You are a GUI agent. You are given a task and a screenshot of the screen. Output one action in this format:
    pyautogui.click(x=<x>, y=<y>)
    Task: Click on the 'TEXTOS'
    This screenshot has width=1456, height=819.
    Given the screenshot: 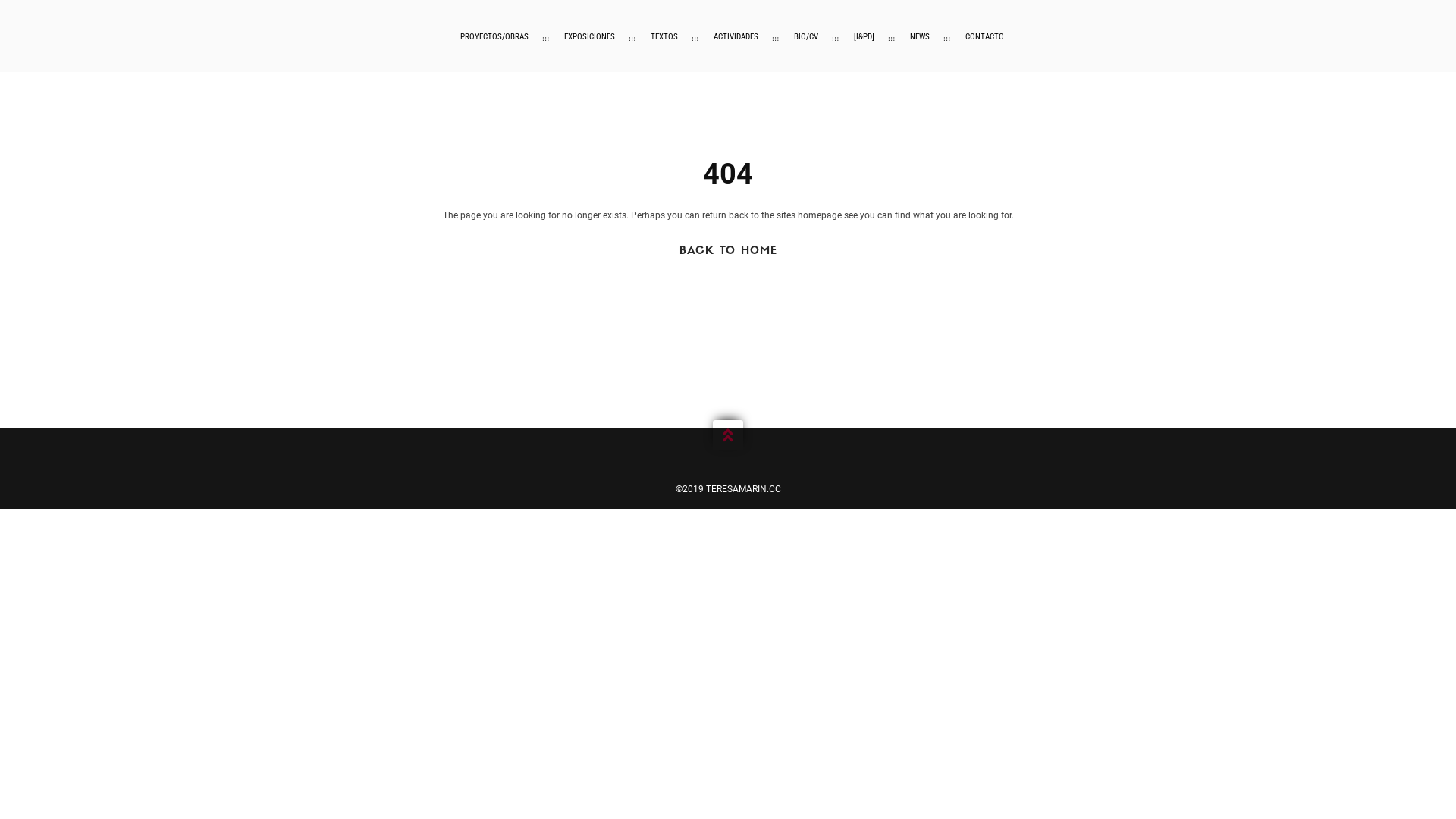 What is the action you would take?
    pyautogui.click(x=664, y=36)
    